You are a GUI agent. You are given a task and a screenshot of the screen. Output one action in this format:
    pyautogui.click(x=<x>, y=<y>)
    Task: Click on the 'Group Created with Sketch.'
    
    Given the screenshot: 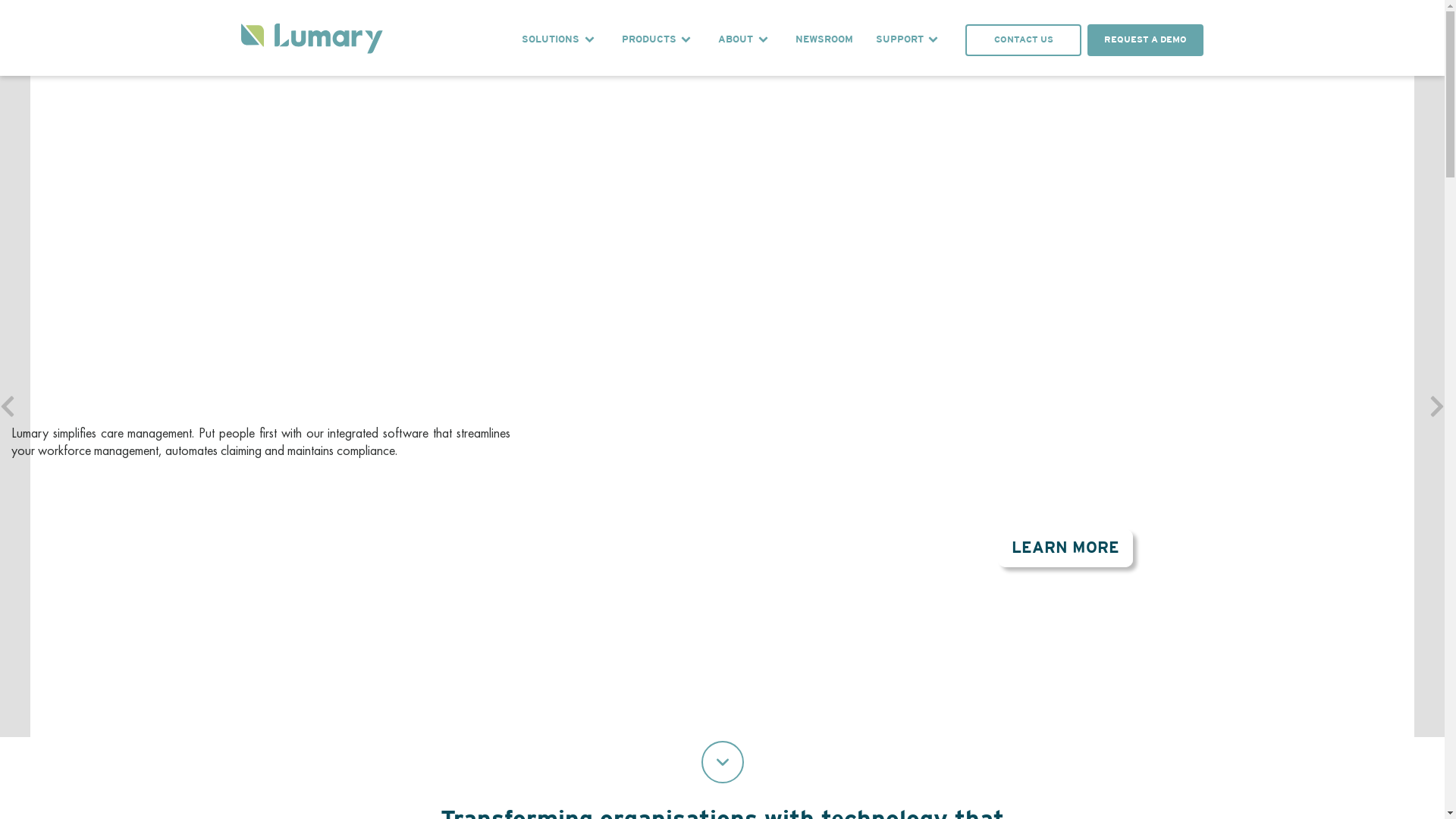 What is the action you would take?
    pyautogui.click(x=240, y=39)
    